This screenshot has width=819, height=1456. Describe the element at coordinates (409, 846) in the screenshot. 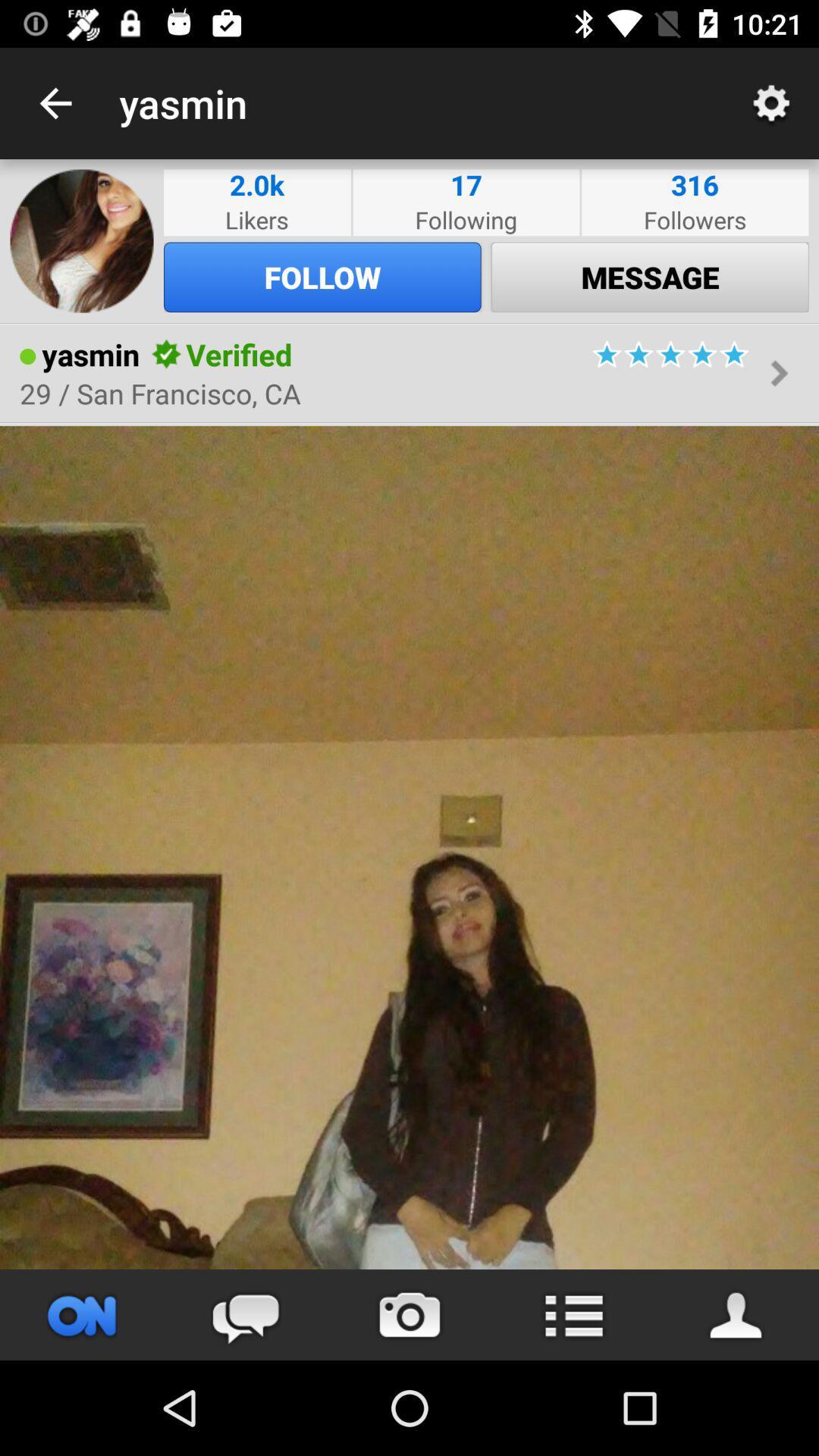

I see `person` at that location.